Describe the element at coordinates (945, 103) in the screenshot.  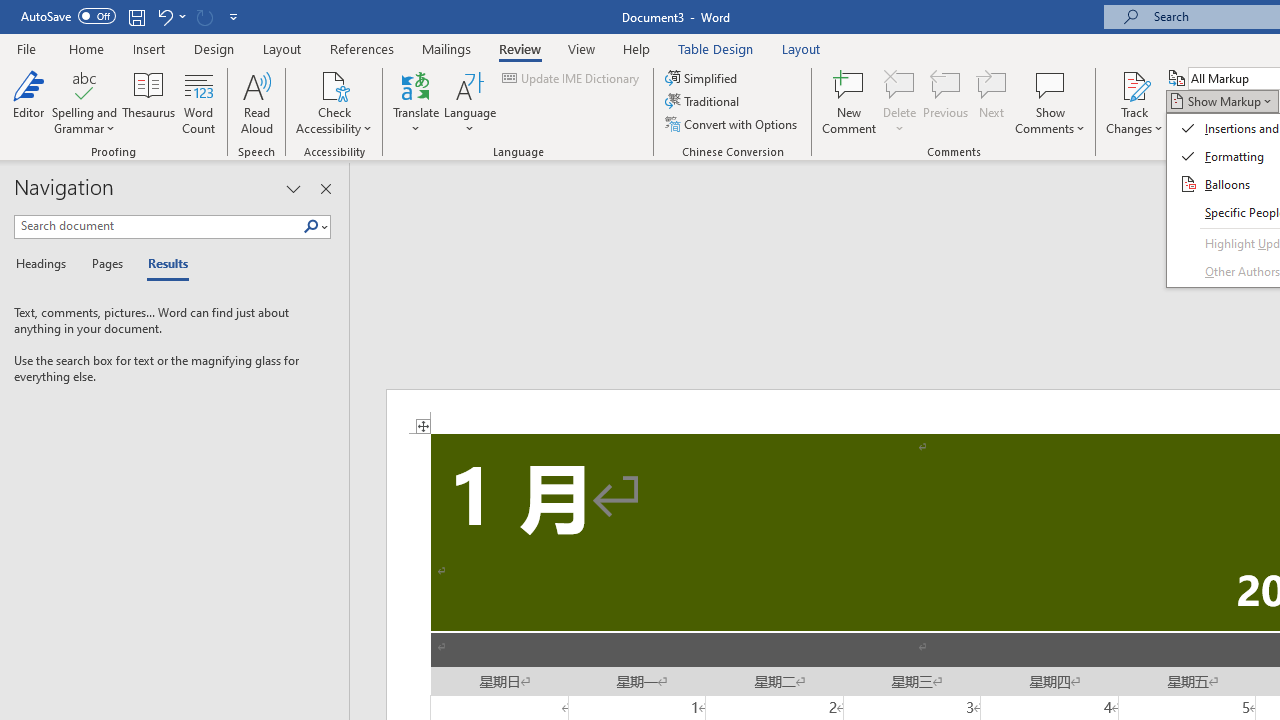
I see `'Previous'` at that location.